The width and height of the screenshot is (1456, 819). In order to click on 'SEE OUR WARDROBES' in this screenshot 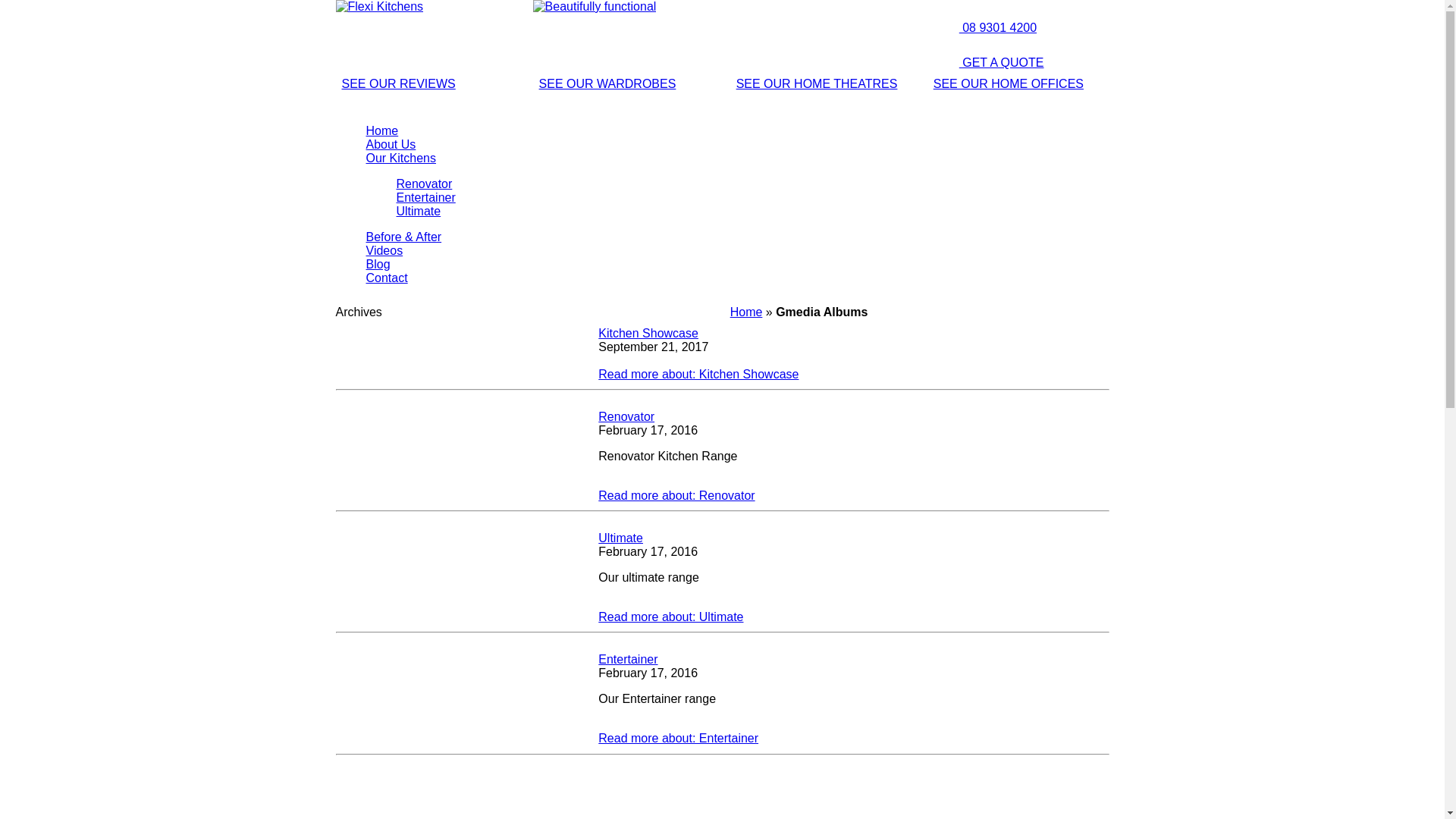, I will do `click(607, 83)`.